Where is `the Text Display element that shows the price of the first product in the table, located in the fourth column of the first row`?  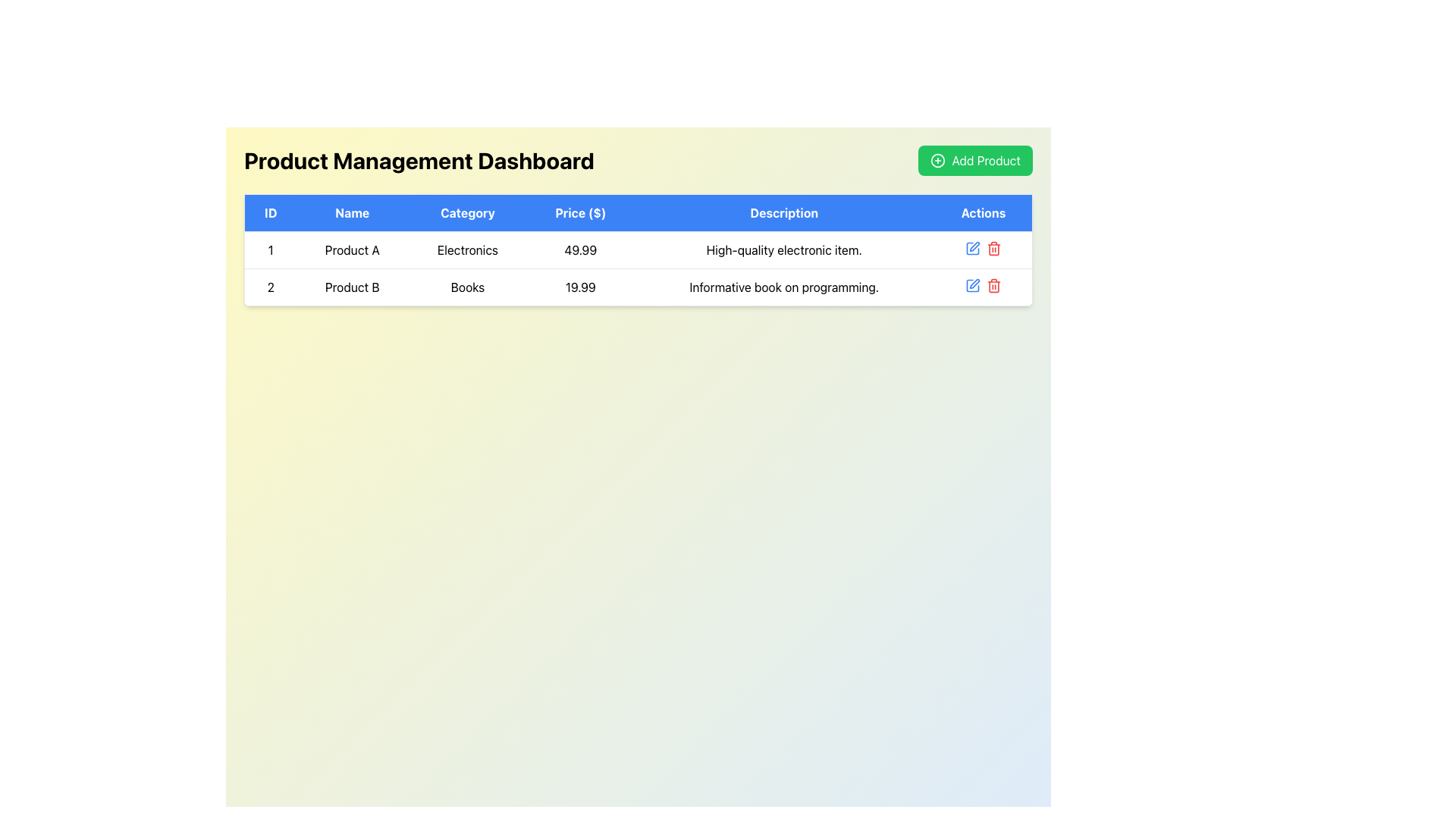 the Text Display element that shows the price of the first product in the table, located in the fourth column of the first row is located at coordinates (579, 249).